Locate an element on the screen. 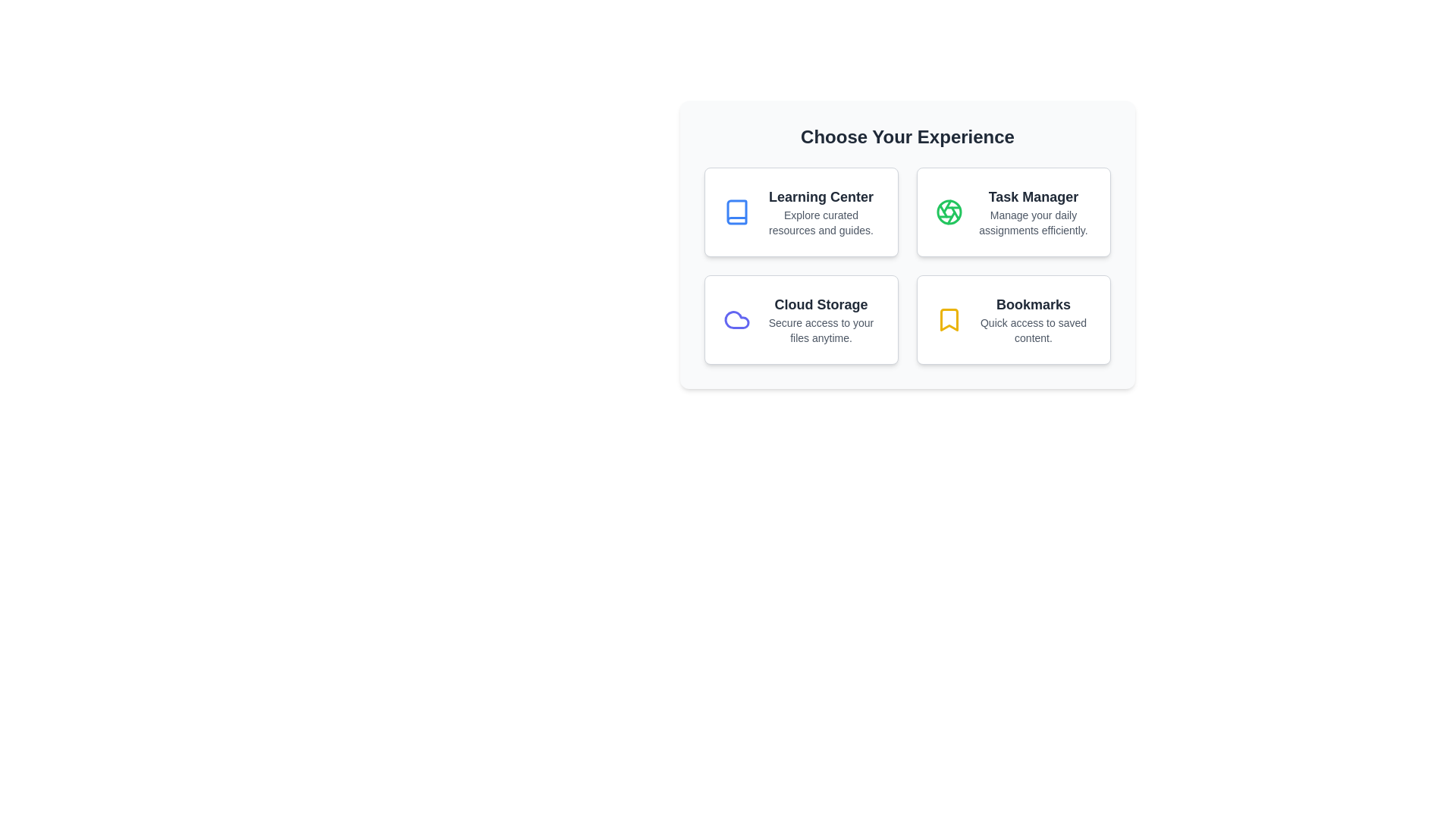  the 'Cloud Storage' text label, which is a bold, large font in dark gray on a white background, located at the bottom left of the 2x2 grid of options is located at coordinates (821, 304).